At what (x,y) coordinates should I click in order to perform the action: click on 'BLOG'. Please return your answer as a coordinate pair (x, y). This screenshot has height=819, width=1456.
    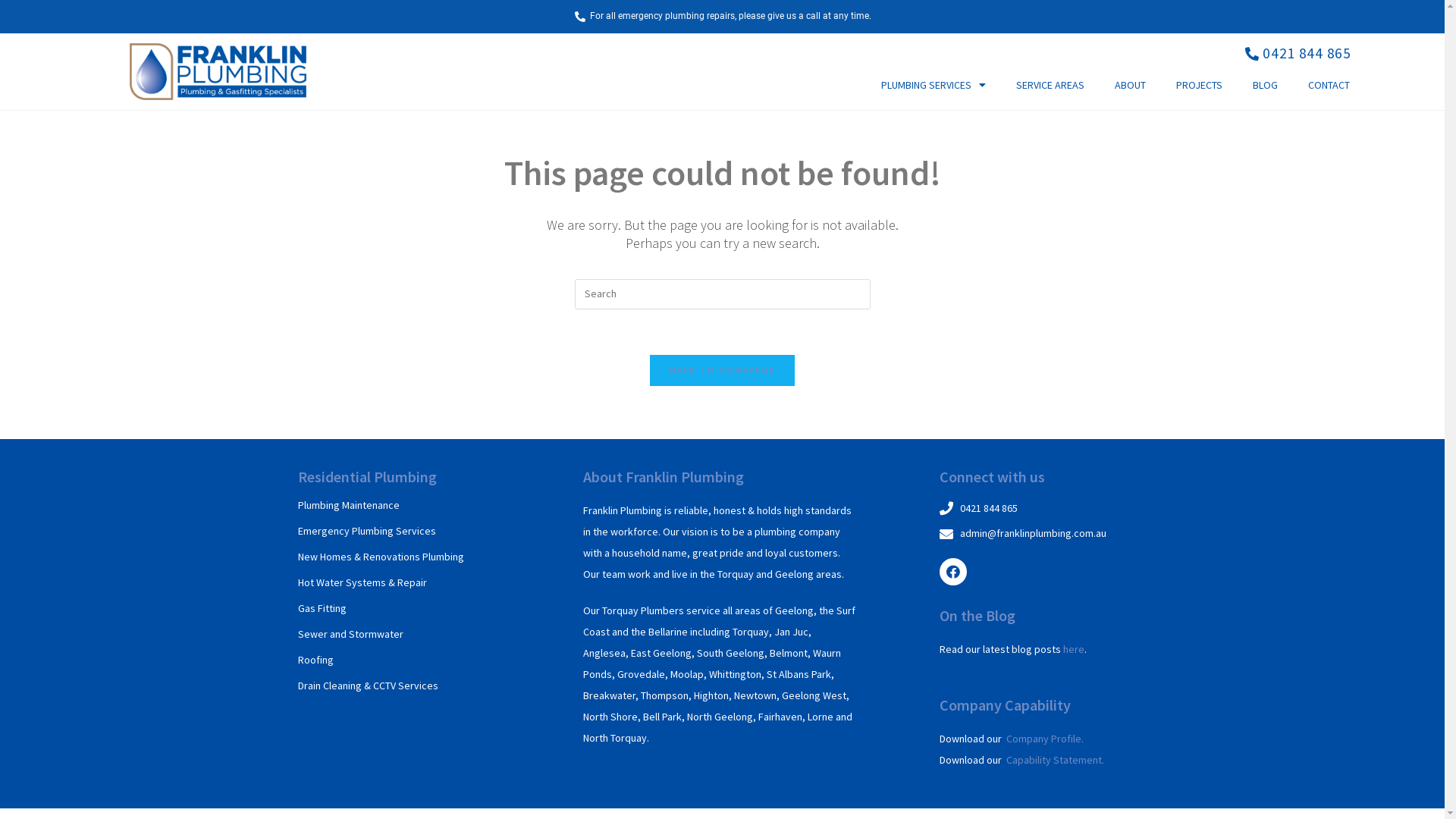
    Looking at the image, I should click on (1265, 84).